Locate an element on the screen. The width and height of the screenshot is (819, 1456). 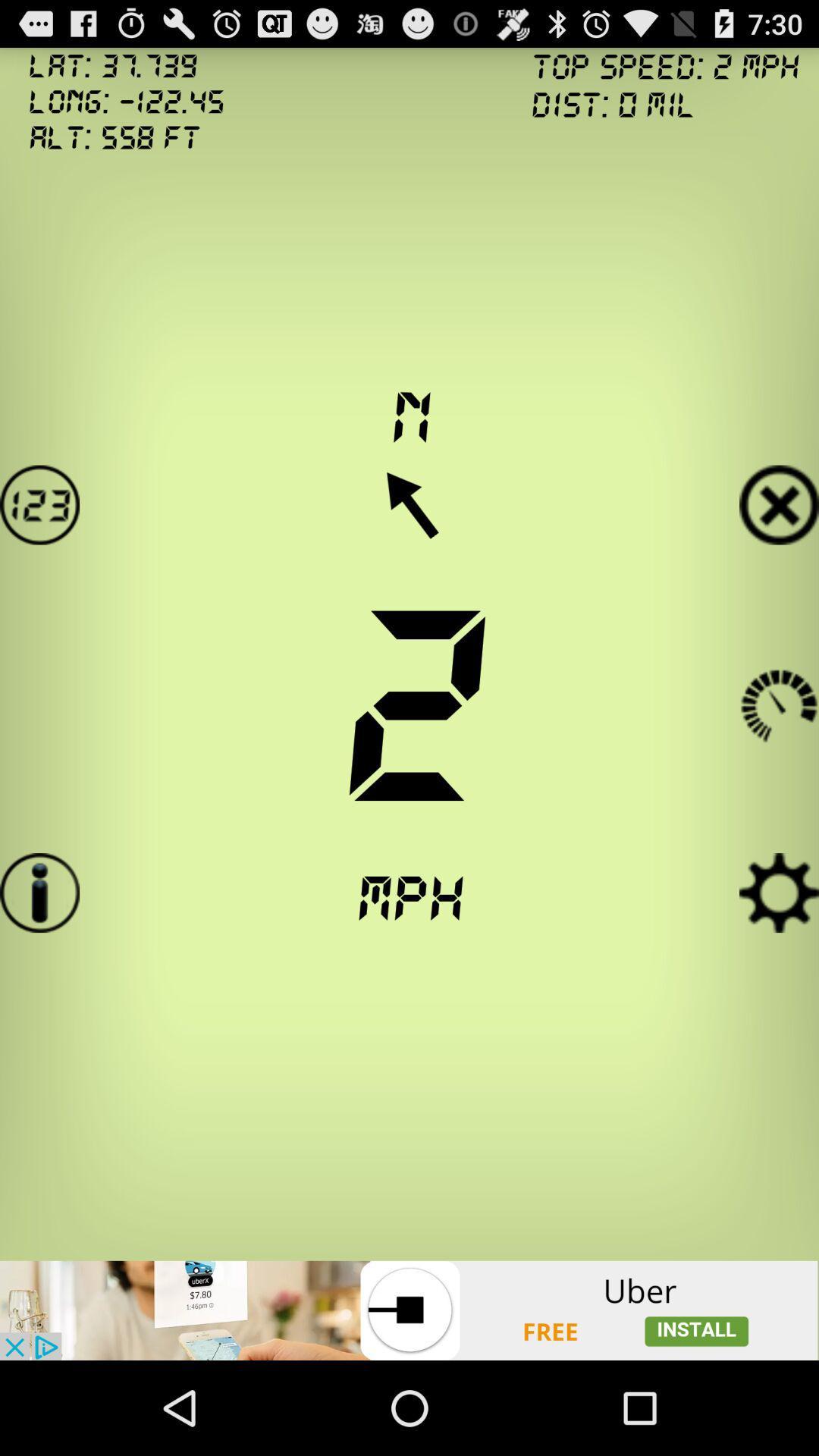
app advertisement is located at coordinates (409, 1310).